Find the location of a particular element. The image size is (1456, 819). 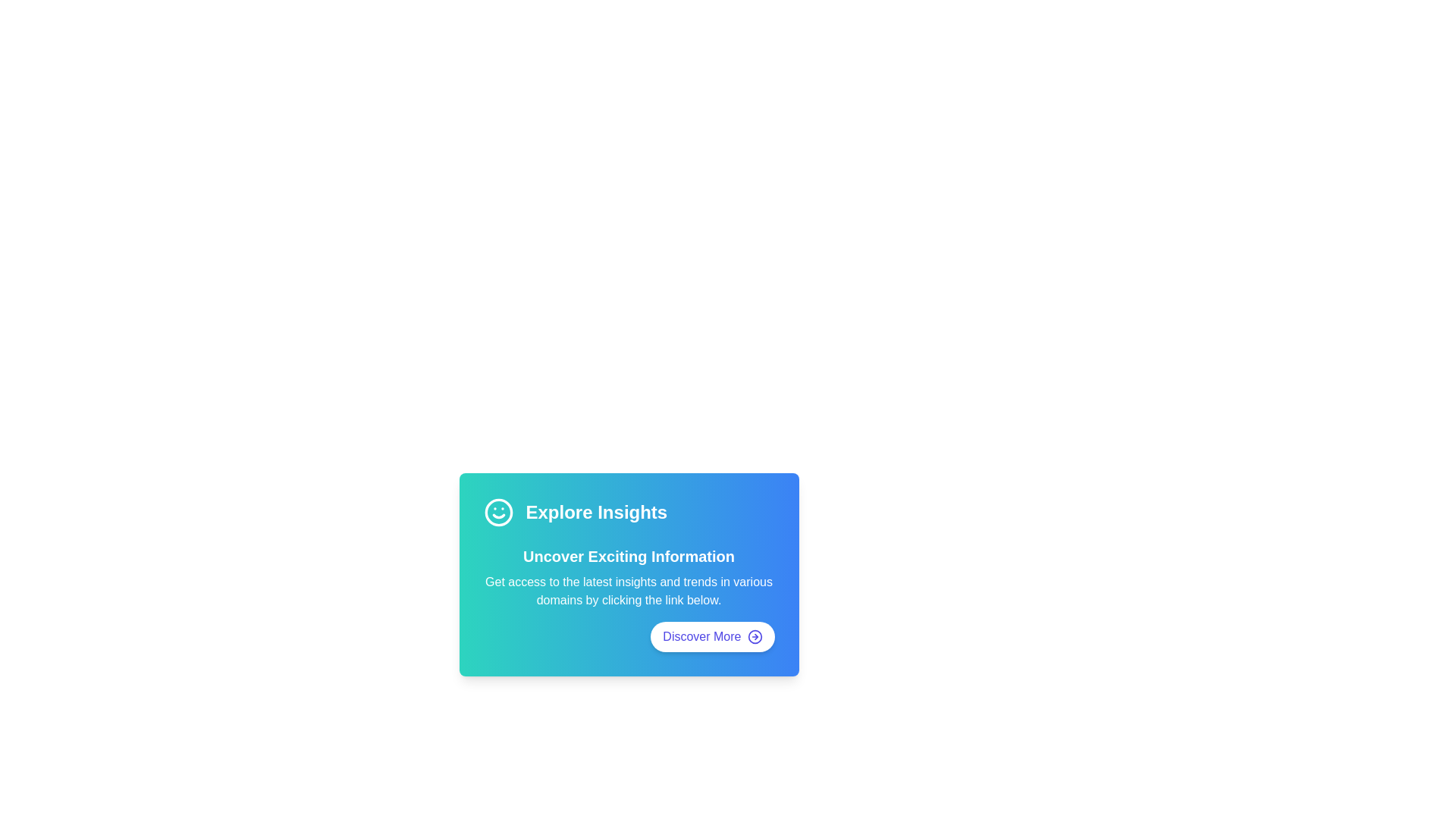

the 'Discover More' button, which has a white background, rounded corners, and a blue font, to visualize its interactive effects is located at coordinates (711, 637).